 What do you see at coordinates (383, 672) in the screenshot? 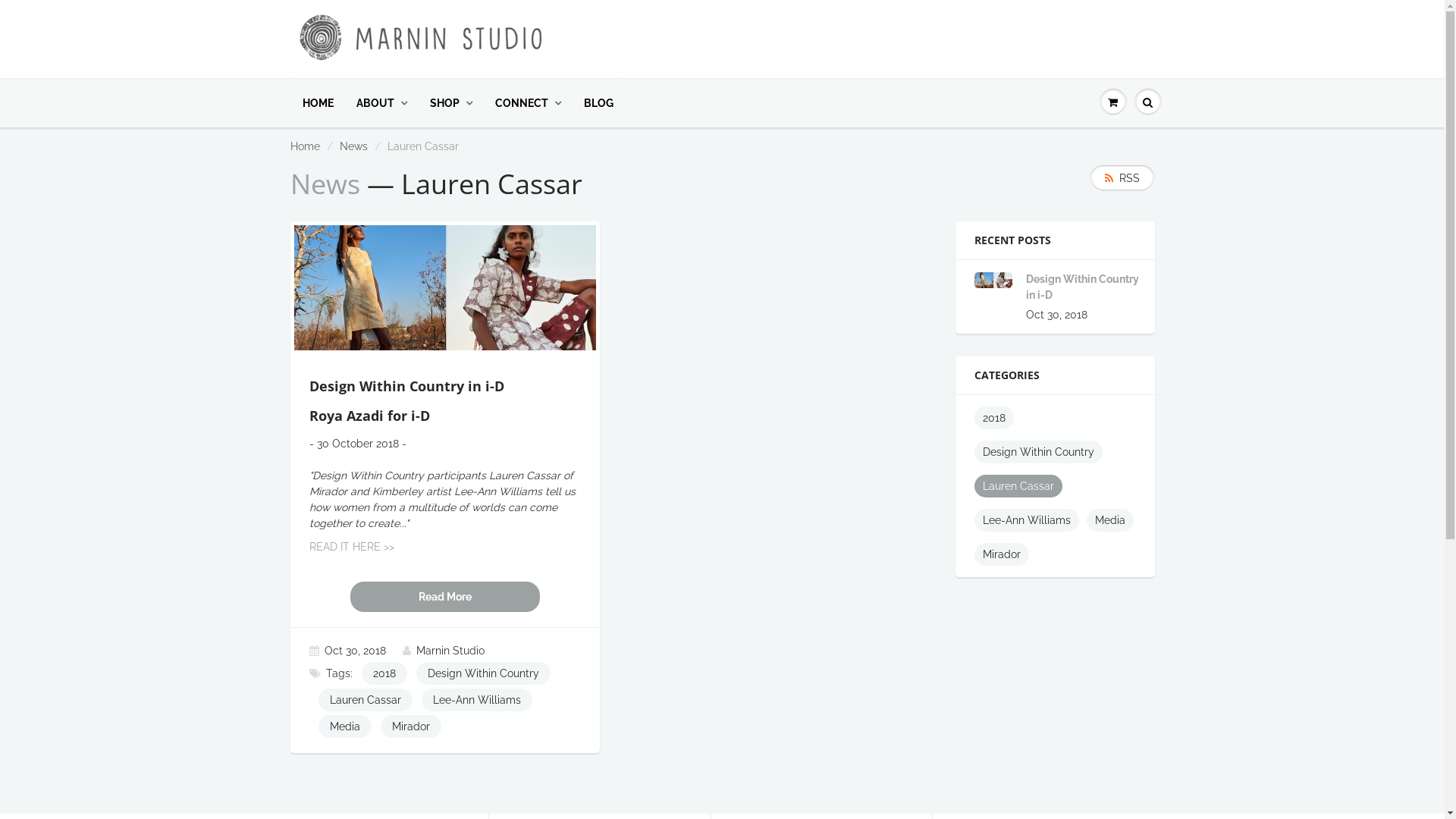
I see `'2018'` at bounding box center [383, 672].